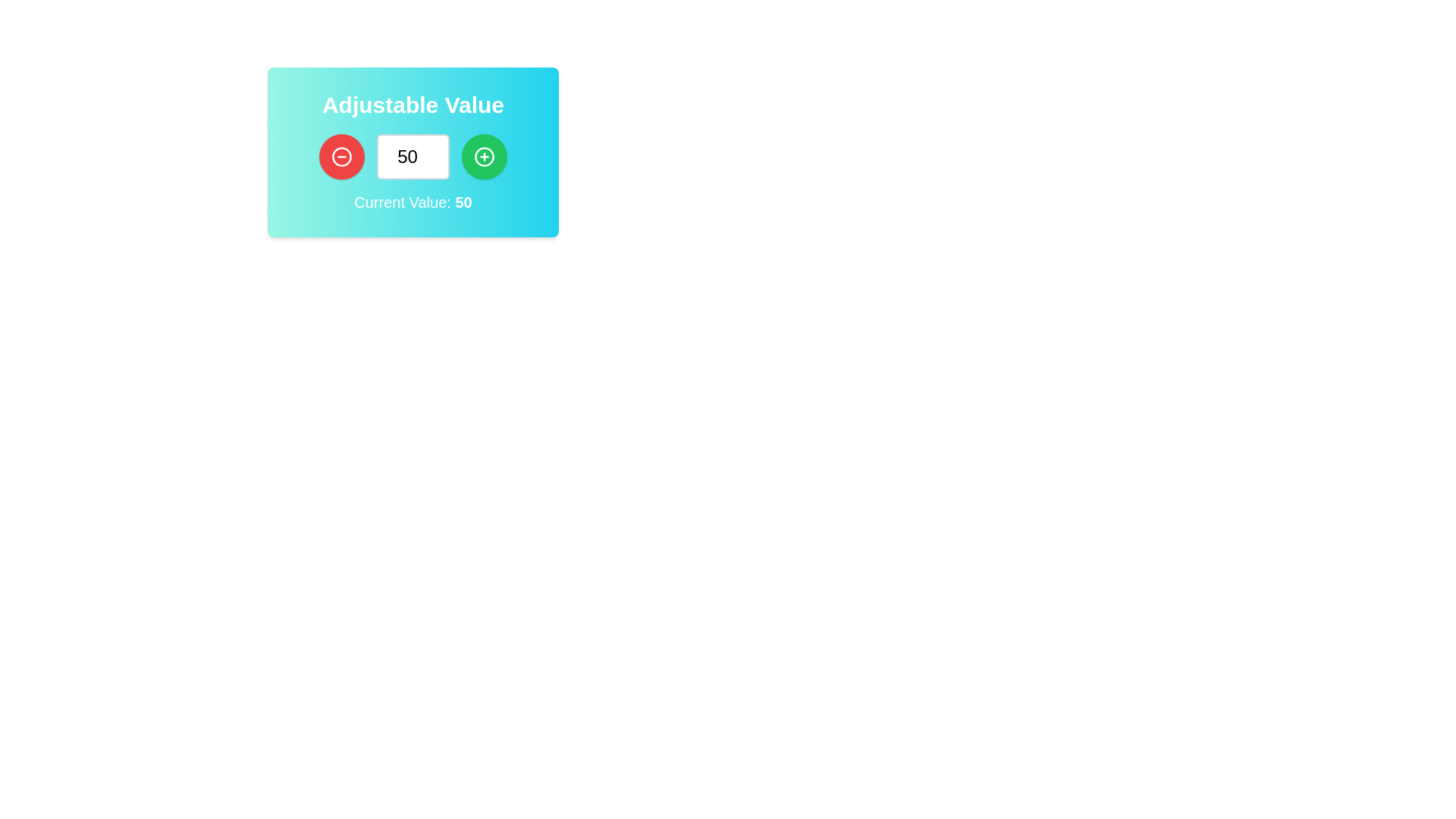  What do you see at coordinates (413, 157) in the screenshot?
I see `the numeric input field centered between the red minus button and the green plus button to focus the input field` at bounding box center [413, 157].